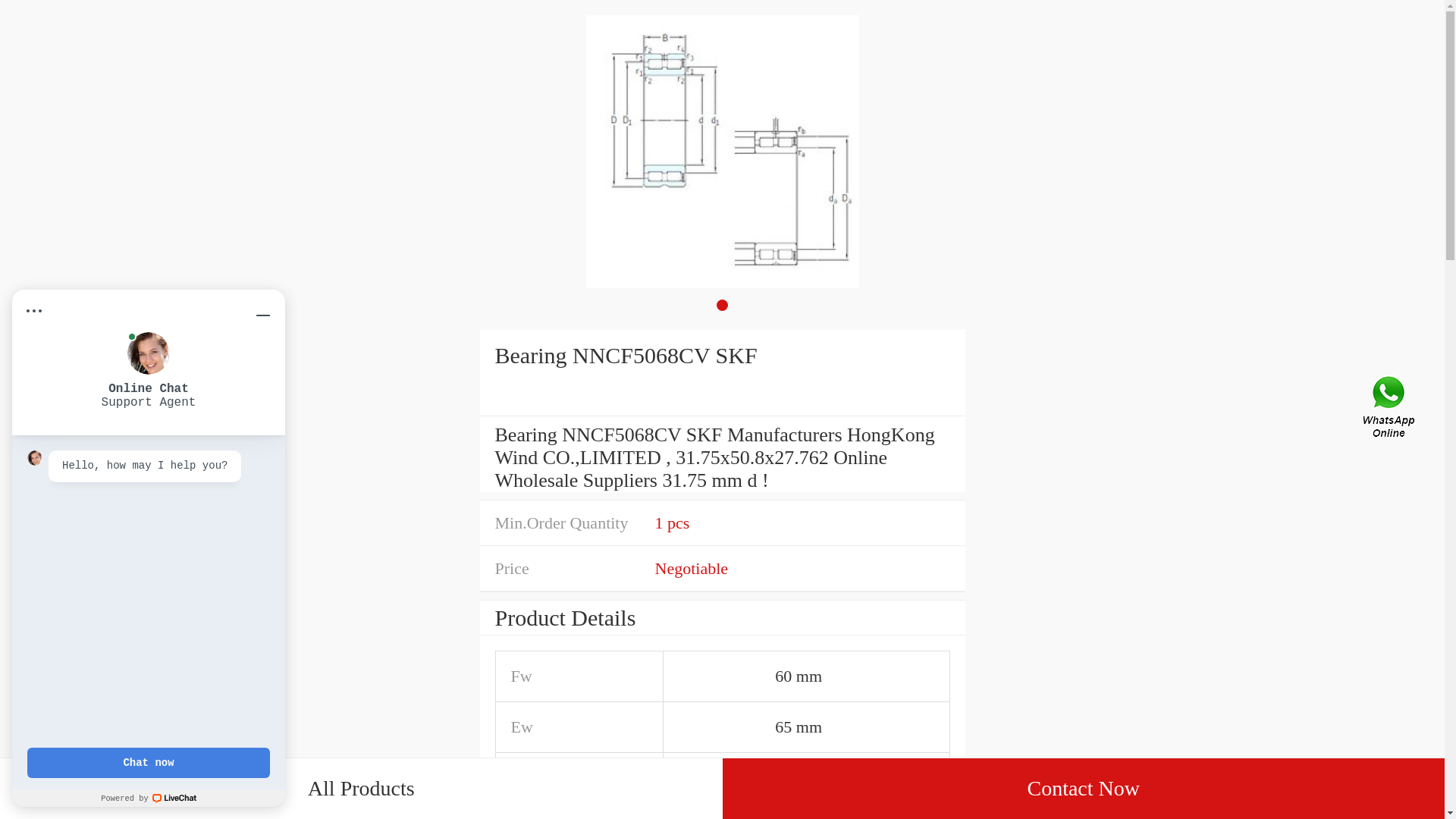 Image resolution: width=1456 pixels, height=819 pixels. I want to click on 'Contact Us', so click(1390, 409).